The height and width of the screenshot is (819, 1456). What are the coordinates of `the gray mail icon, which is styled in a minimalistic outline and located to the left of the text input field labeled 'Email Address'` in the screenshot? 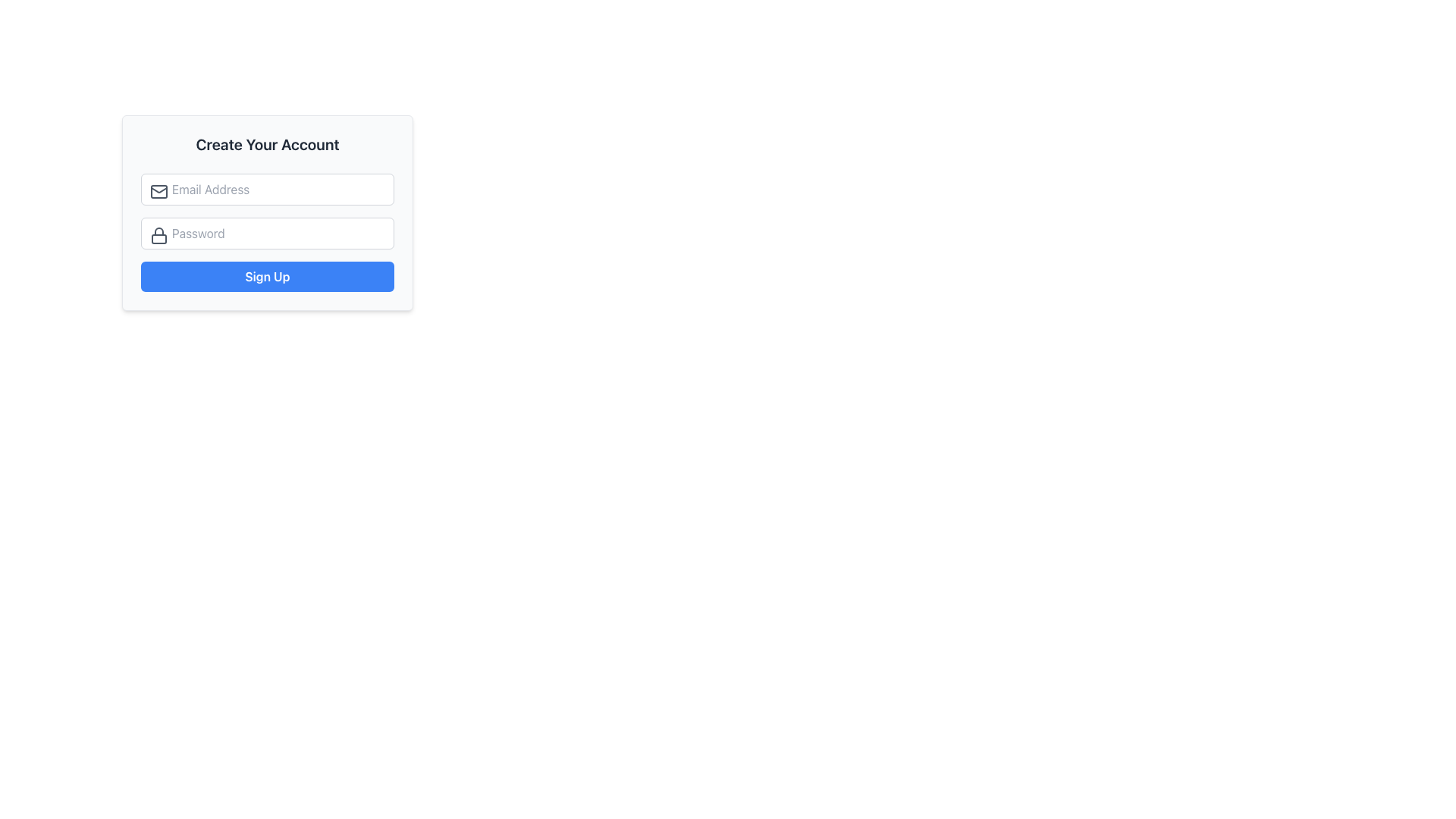 It's located at (159, 191).